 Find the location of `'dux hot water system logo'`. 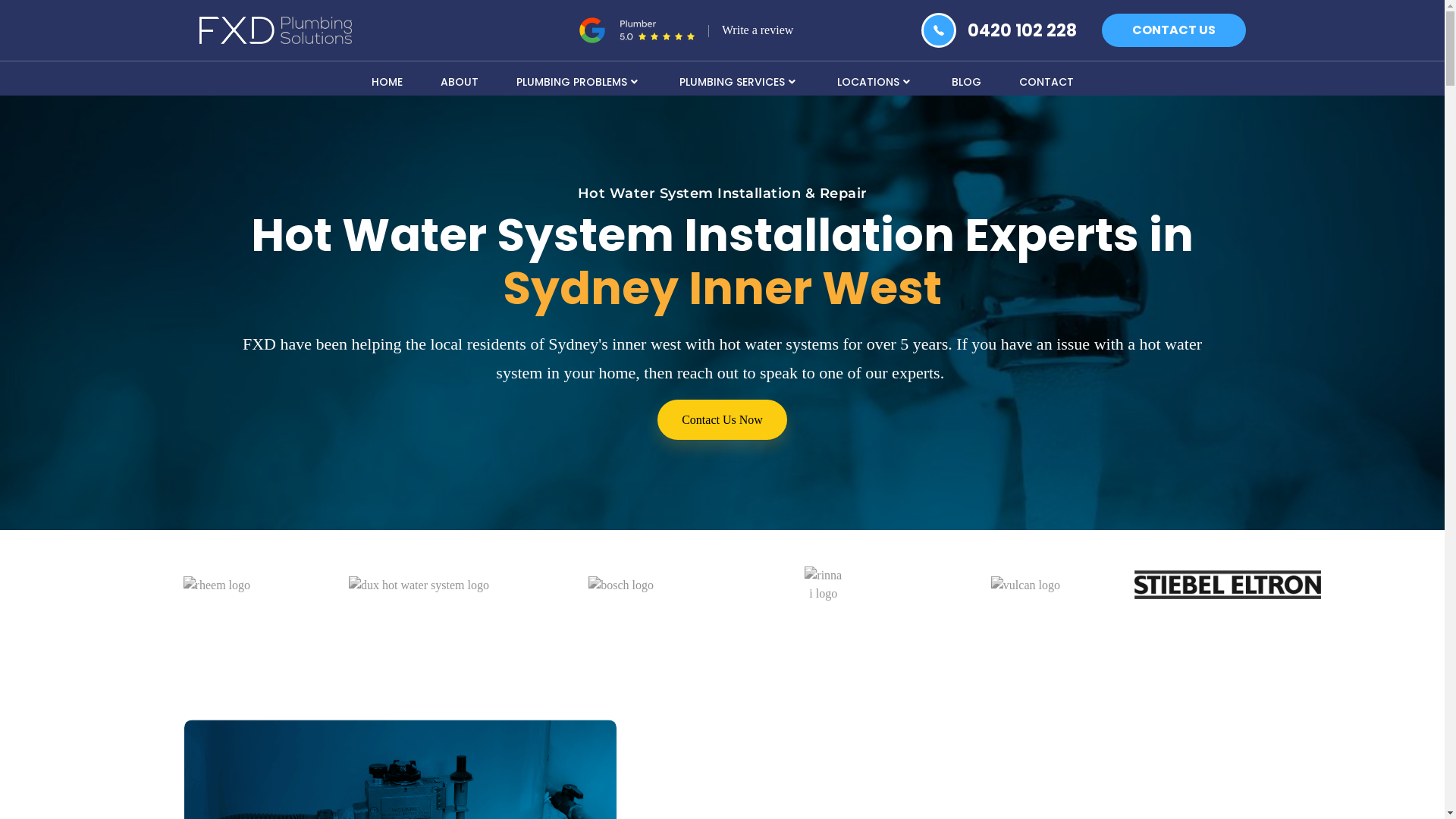

'dux hot water system logo' is located at coordinates (348, 584).